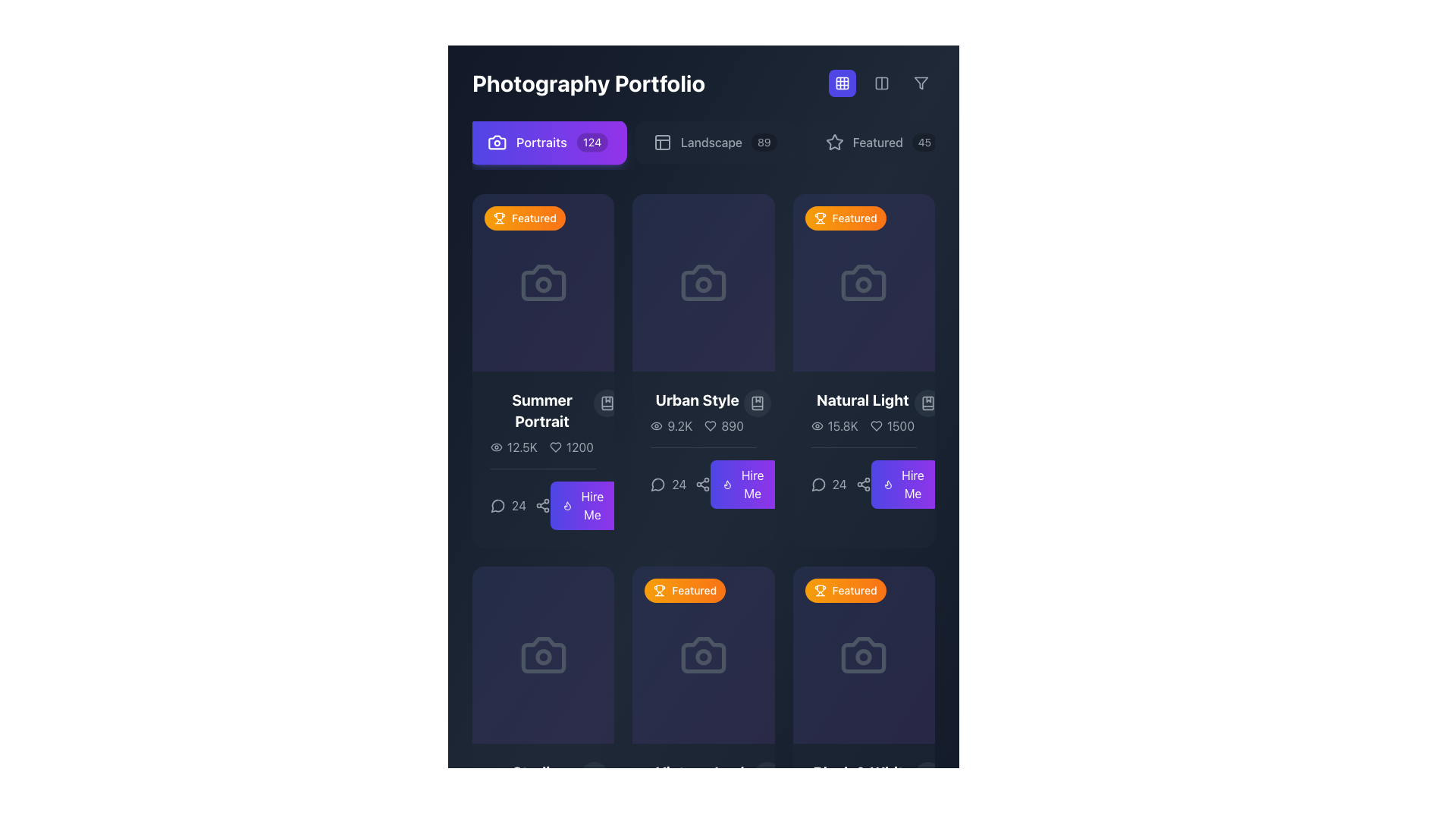 Image resolution: width=1456 pixels, height=819 pixels. I want to click on the trophy icon within the orange 'Featured' badge above the 'Natural Light' photography project card, so click(819, 216).